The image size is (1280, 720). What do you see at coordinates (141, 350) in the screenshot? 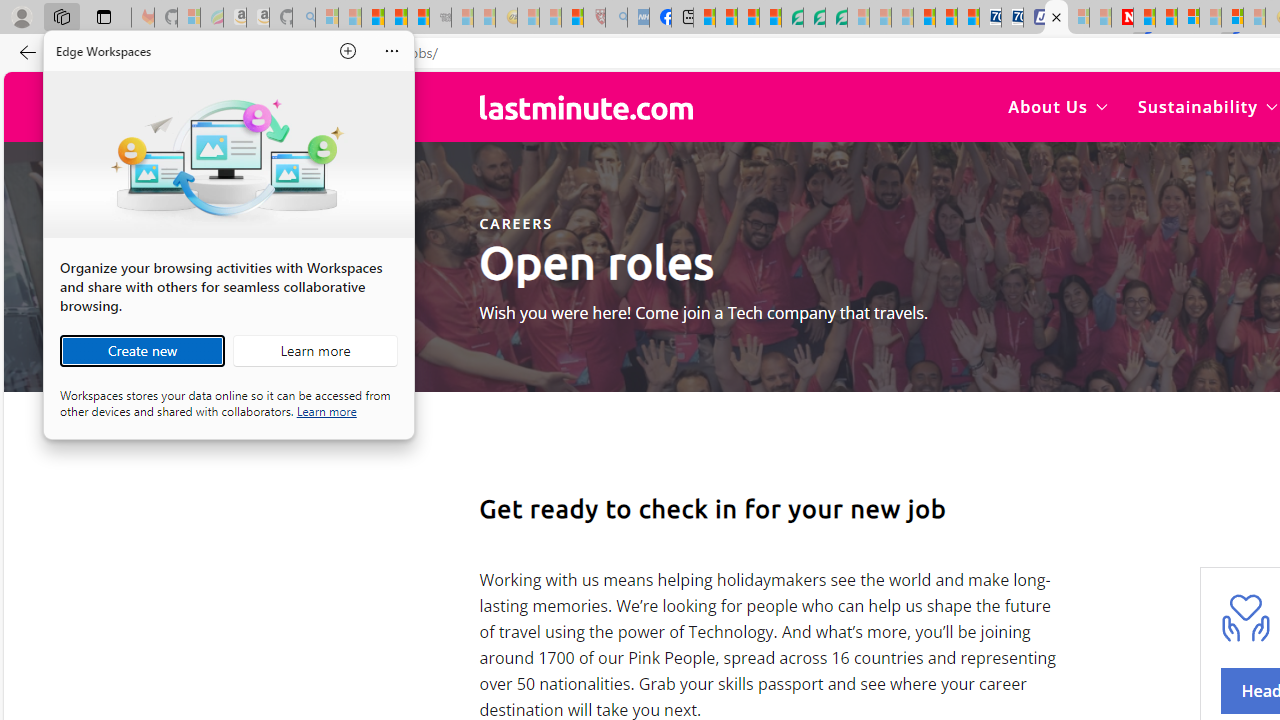
I see `'Create new workspace'` at bounding box center [141, 350].